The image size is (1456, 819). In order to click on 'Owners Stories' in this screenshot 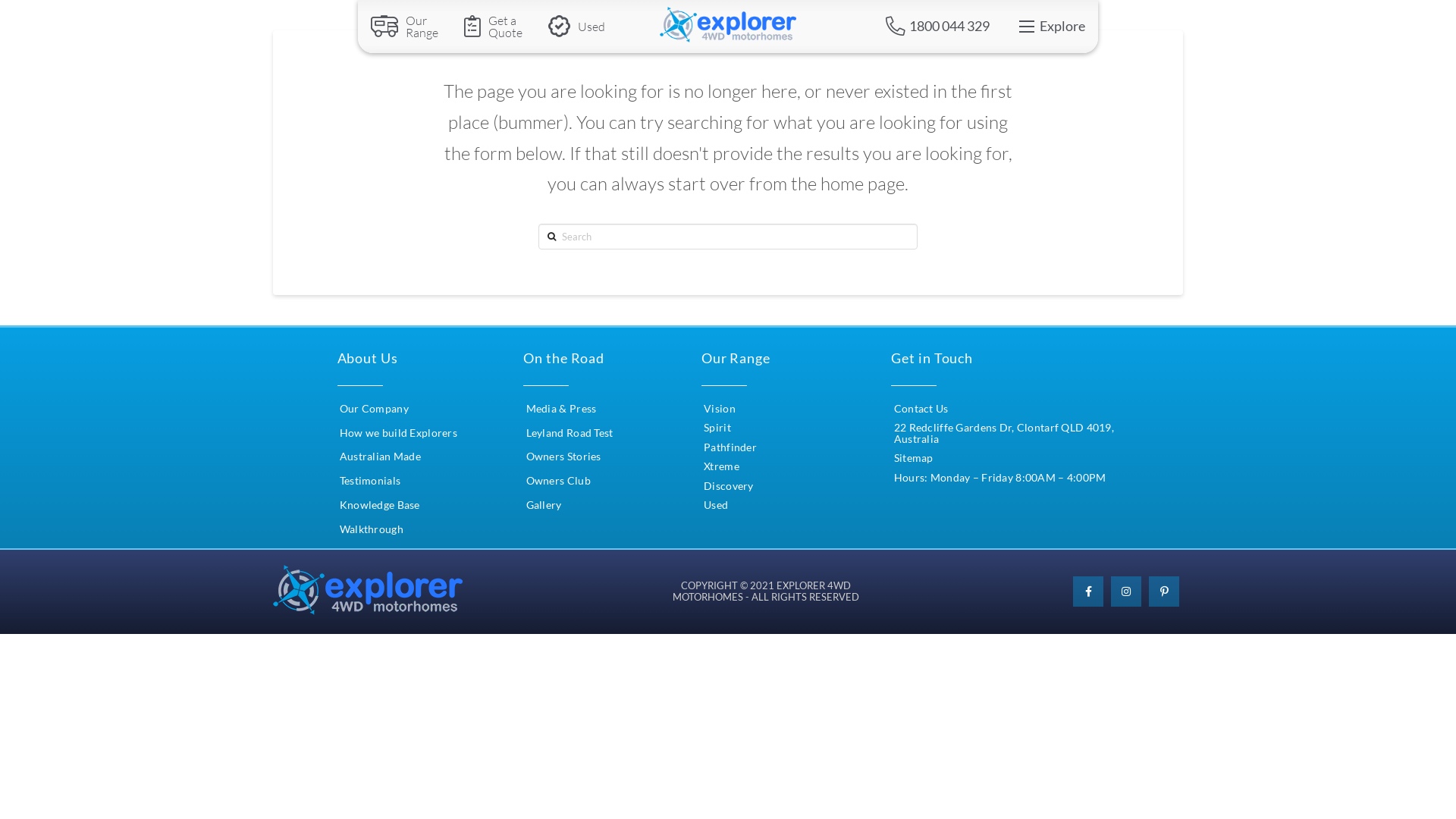, I will do `click(563, 456)`.